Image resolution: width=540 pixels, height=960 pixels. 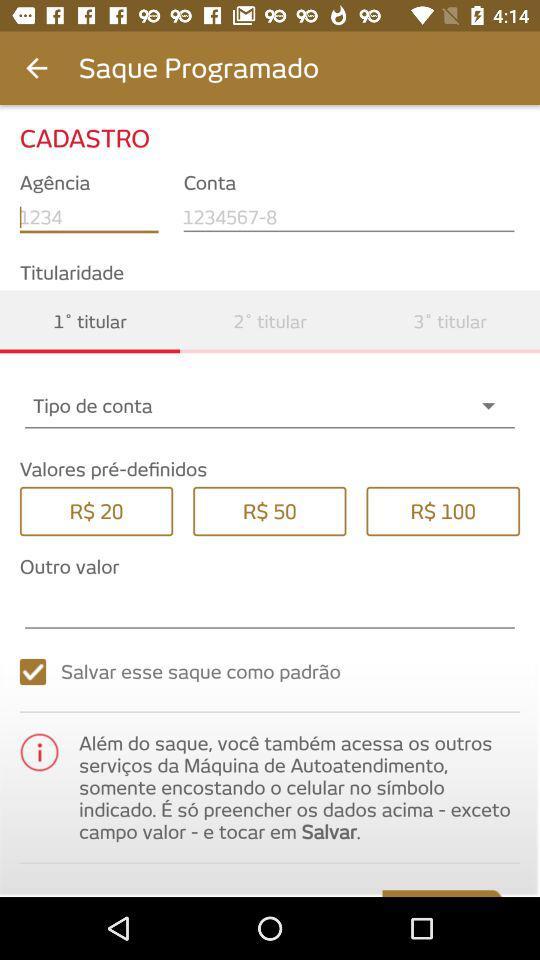 What do you see at coordinates (39, 751) in the screenshot?
I see `the info icon` at bounding box center [39, 751].